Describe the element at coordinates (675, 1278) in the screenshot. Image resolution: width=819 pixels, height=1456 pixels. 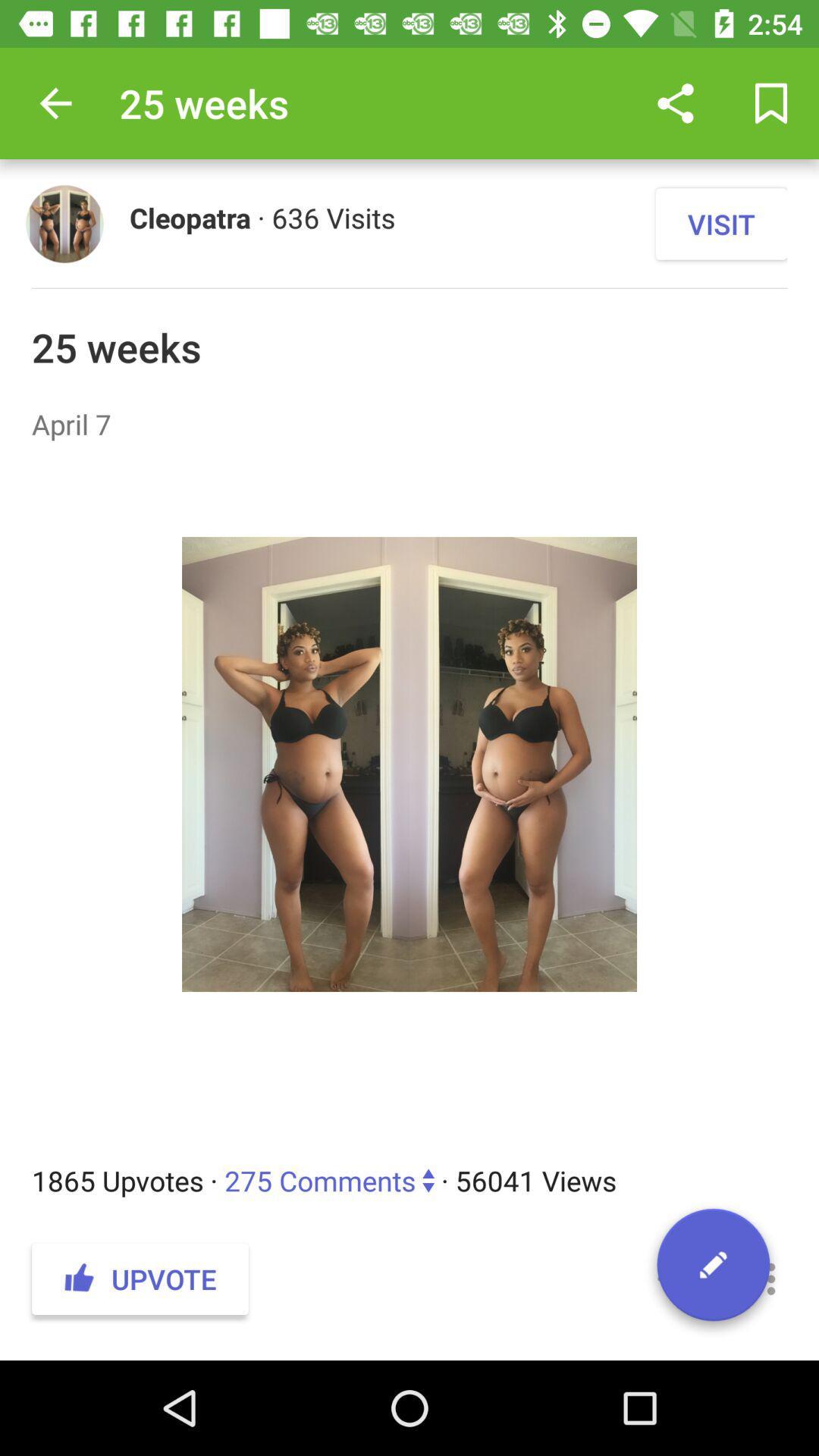
I see `the item next to the upvote item` at that location.